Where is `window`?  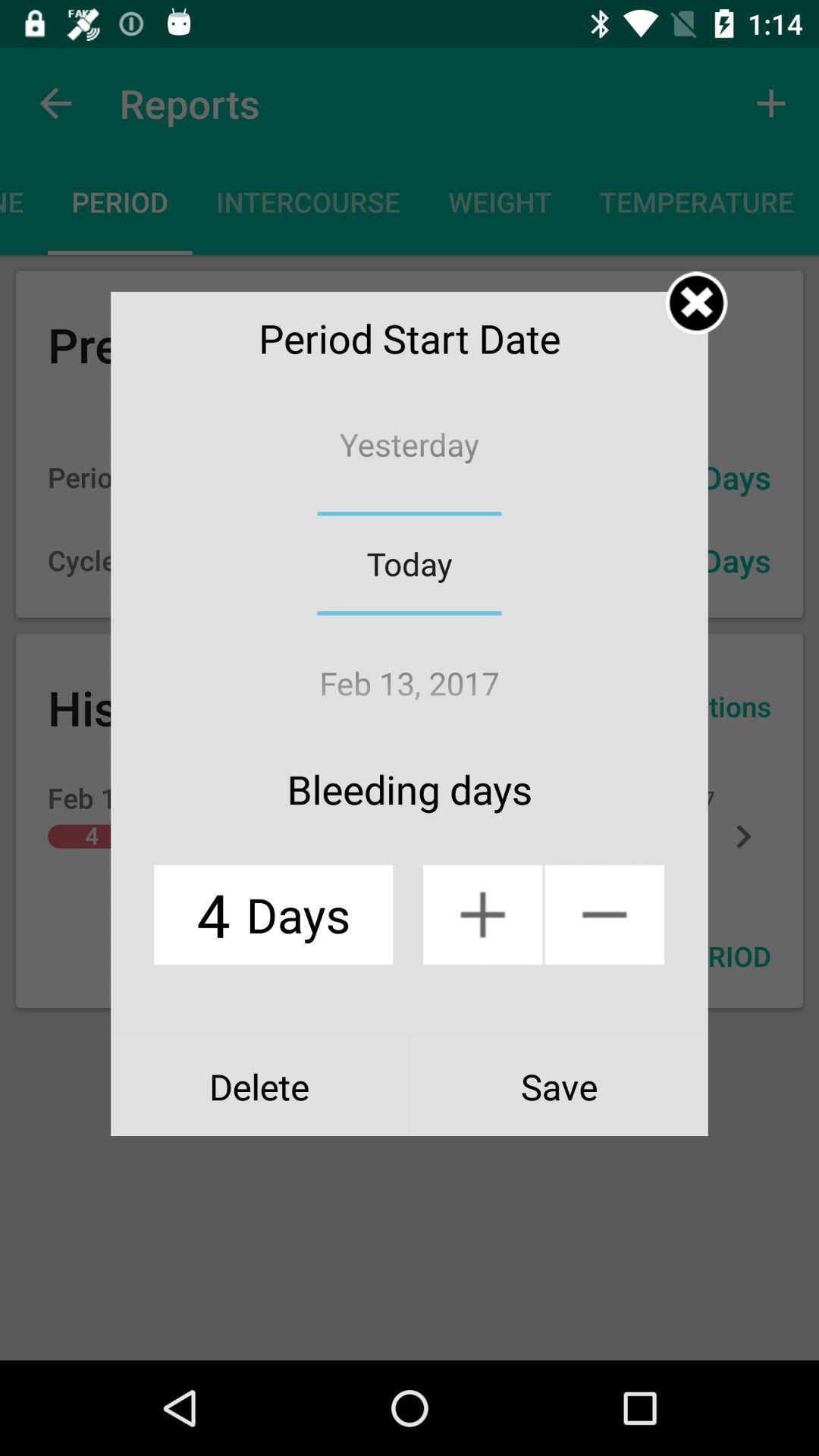 window is located at coordinates (696, 303).